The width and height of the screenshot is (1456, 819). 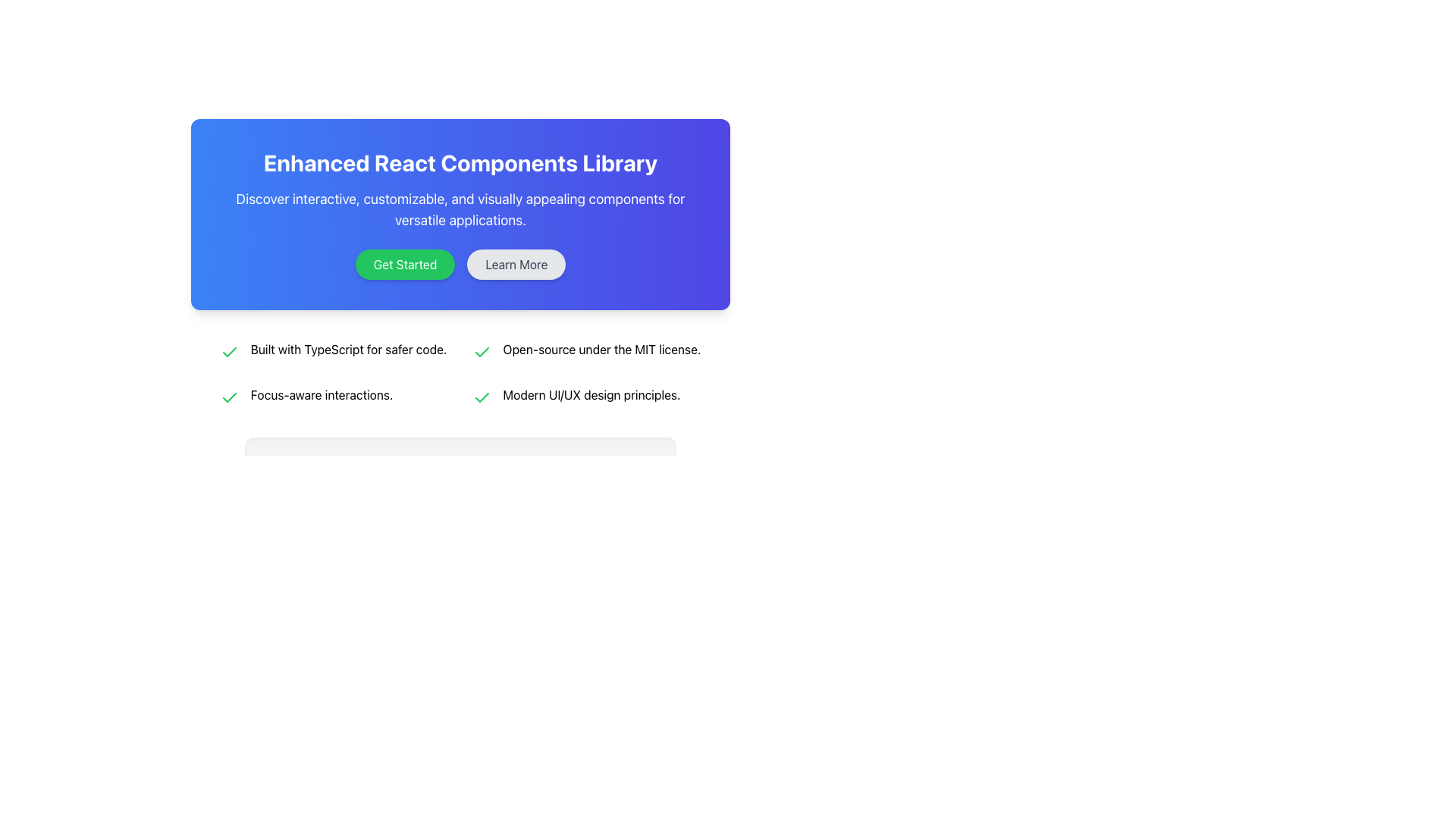 I want to click on text label that is the second entry in a vertically aligned feature list, located to the right of a green checkmark icon, so click(x=321, y=394).